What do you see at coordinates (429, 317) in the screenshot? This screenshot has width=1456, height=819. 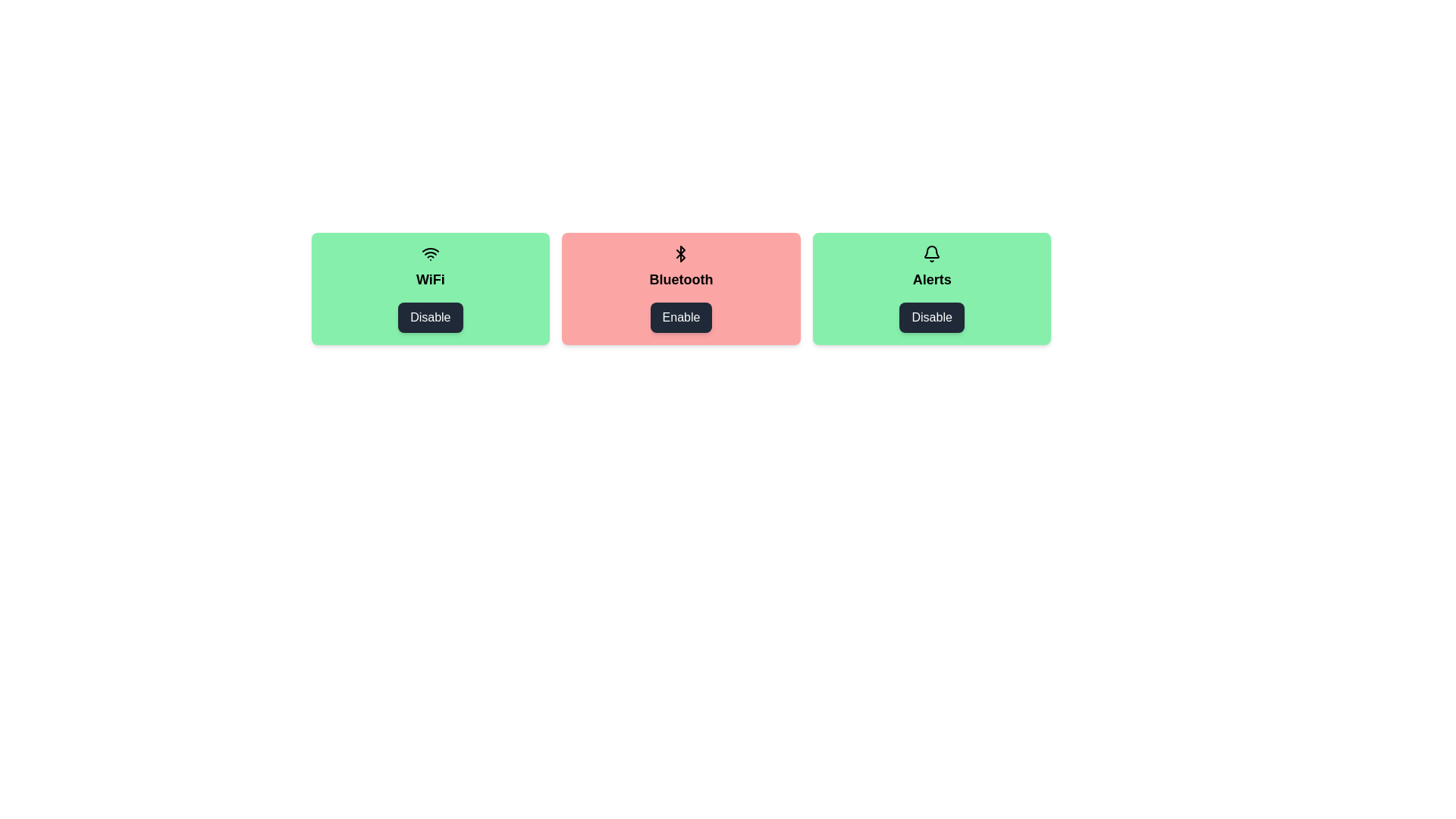 I see `the item labeled WiFi by clicking its button` at bounding box center [429, 317].